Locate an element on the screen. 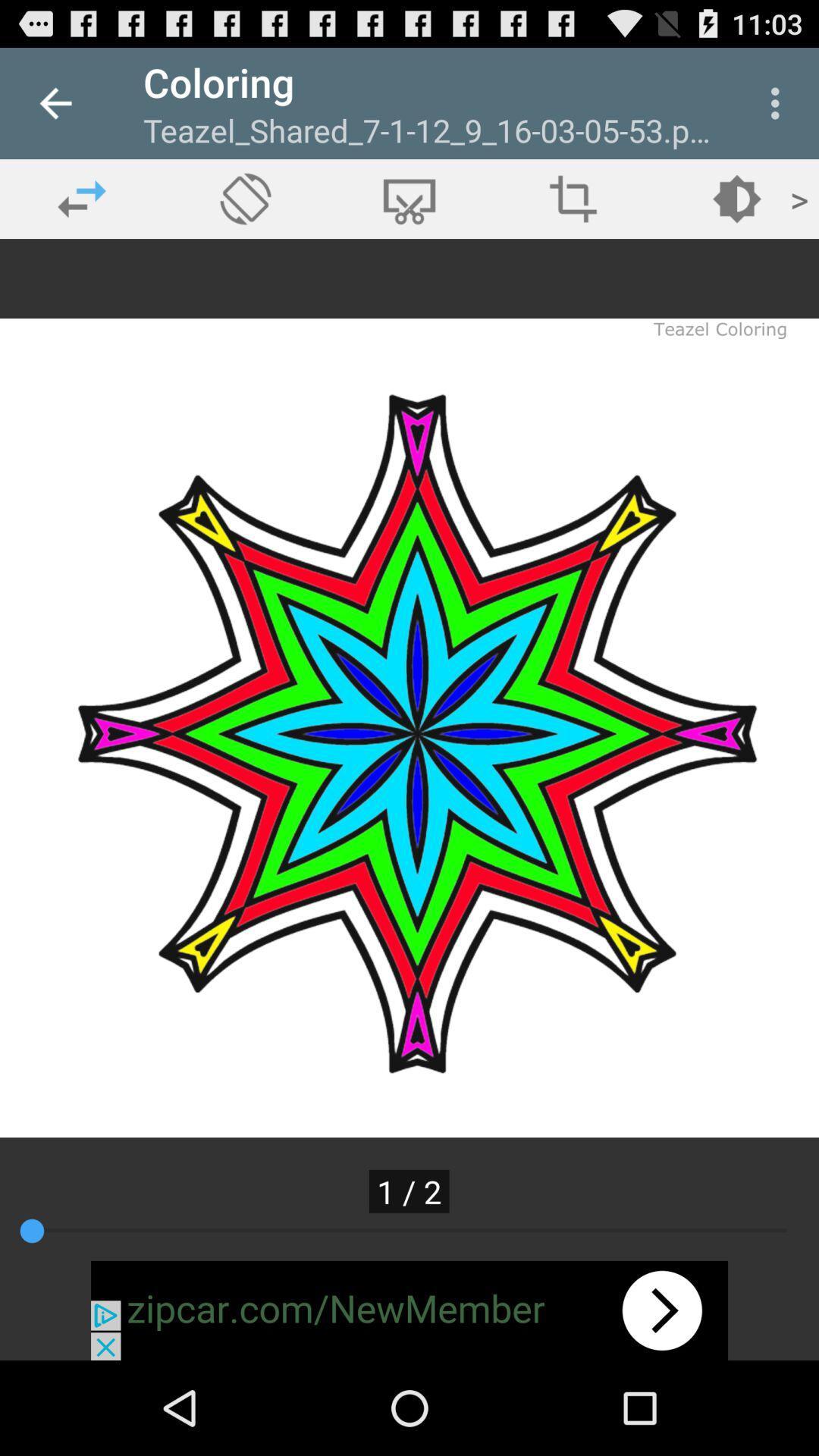  copy option is located at coordinates (409, 198).